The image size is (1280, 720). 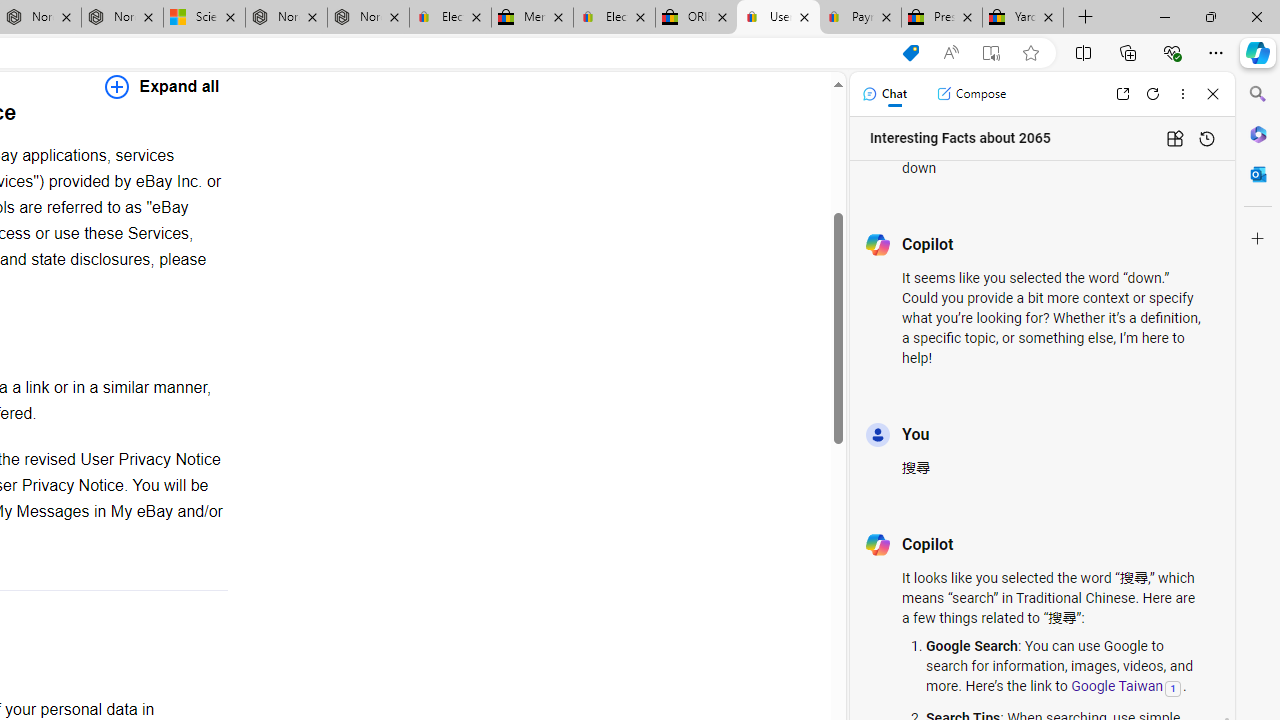 I want to click on 'Payments Terms of Use | eBay.com', so click(x=860, y=17).